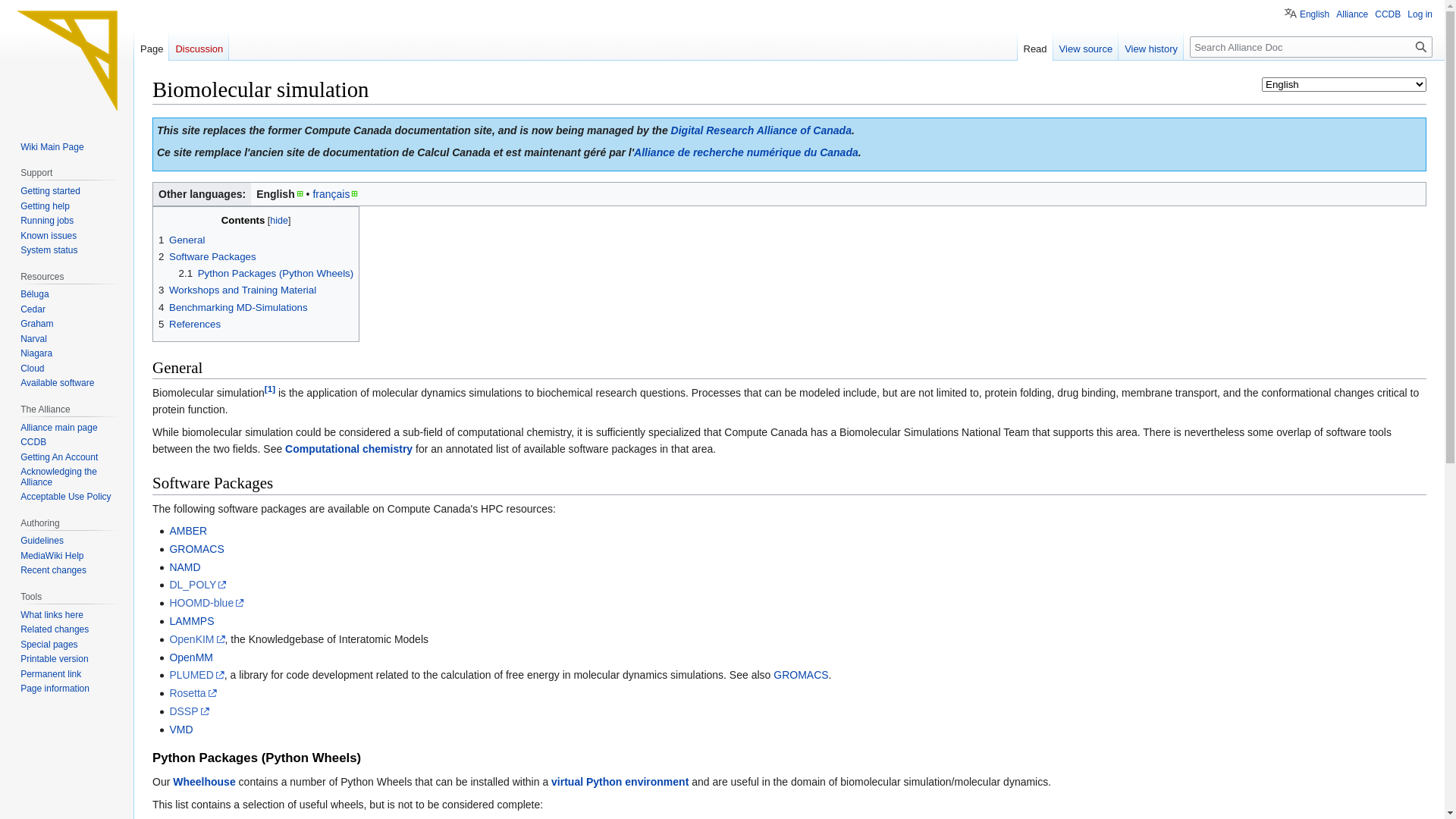 This screenshot has width=1456, height=819. What do you see at coordinates (168, 728) in the screenshot?
I see `'VMD'` at bounding box center [168, 728].